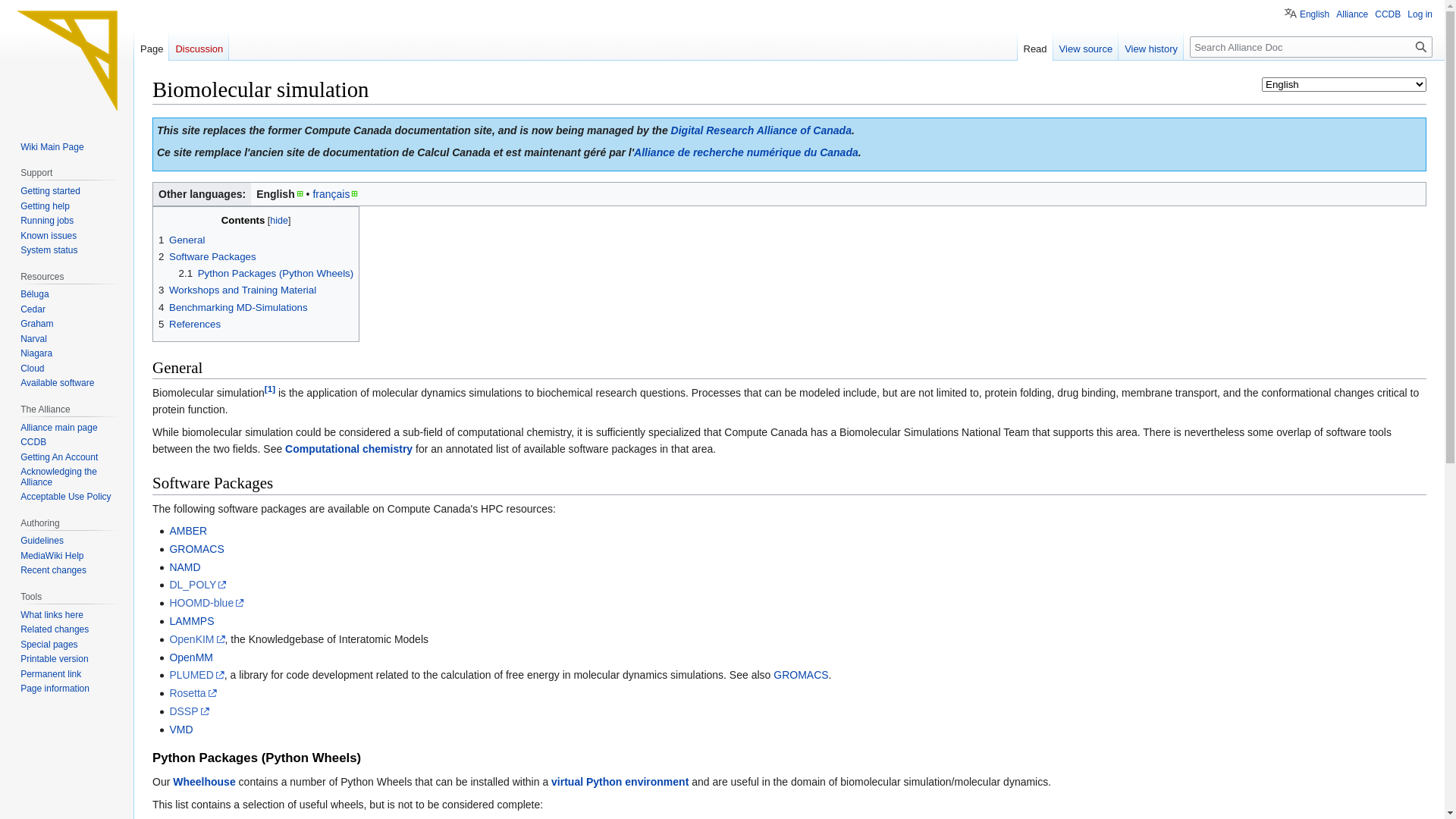 This screenshot has width=1456, height=819. What do you see at coordinates (168, 728) in the screenshot?
I see `'VMD'` at bounding box center [168, 728].